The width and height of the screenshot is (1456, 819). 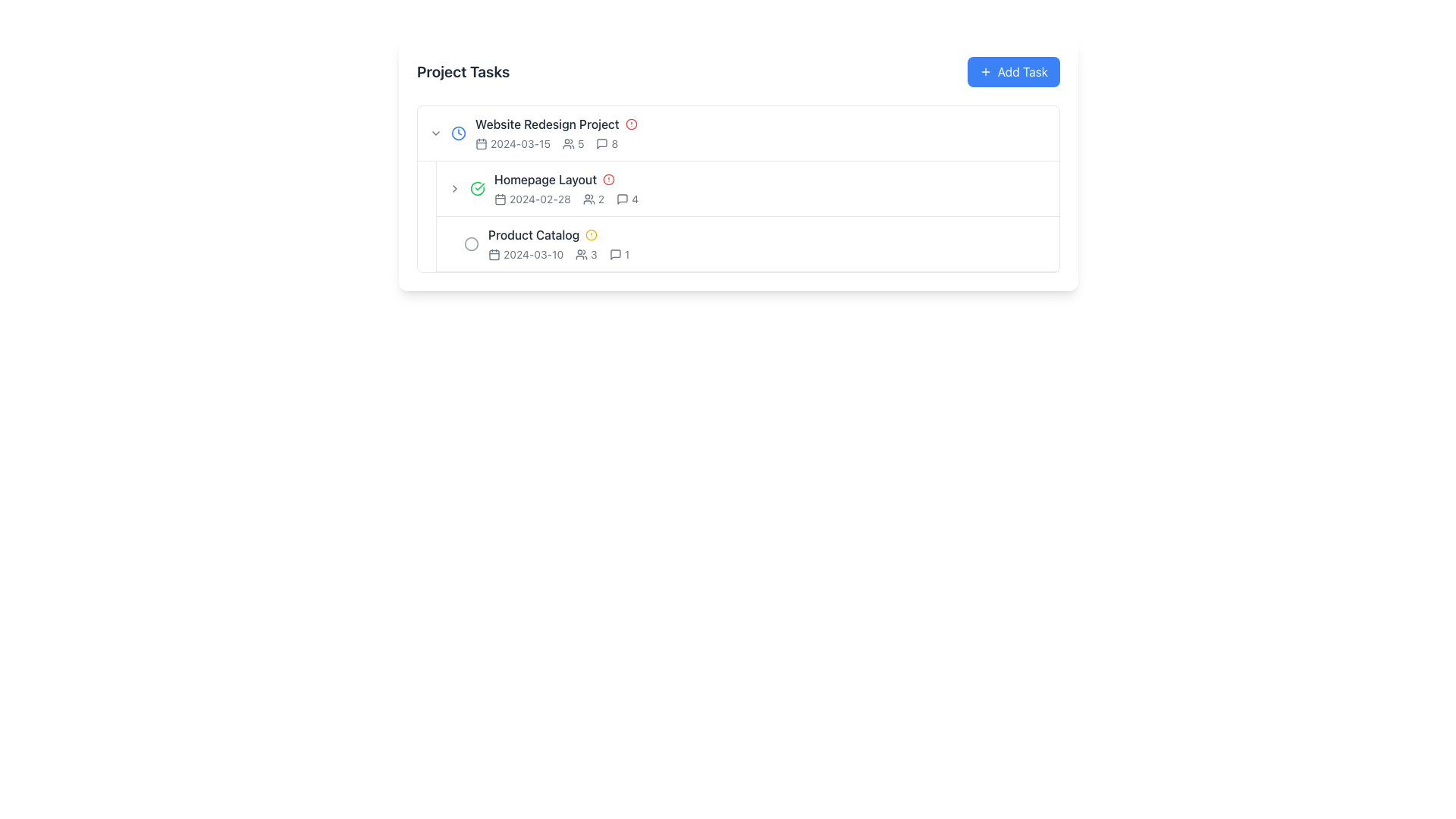 What do you see at coordinates (626, 198) in the screenshot?
I see `the information display component, which consists of a speech bubble icon followed by the number '4', located in the second row of the task list adjacent to the 'Homepage Layout' task` at bounding box center [626, 198].